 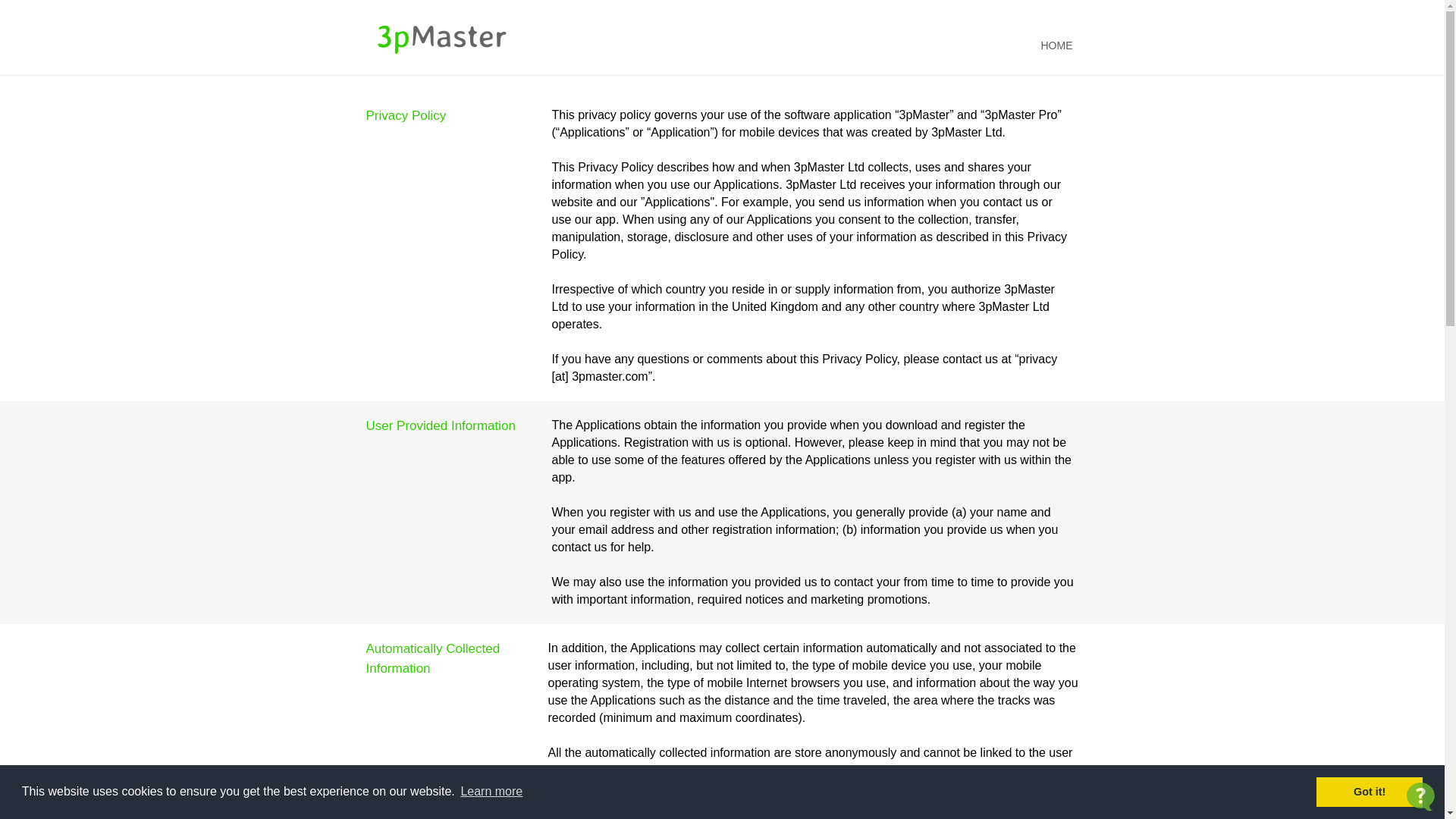 I want to click on 'Got it!', so click(x=1369, y=791).